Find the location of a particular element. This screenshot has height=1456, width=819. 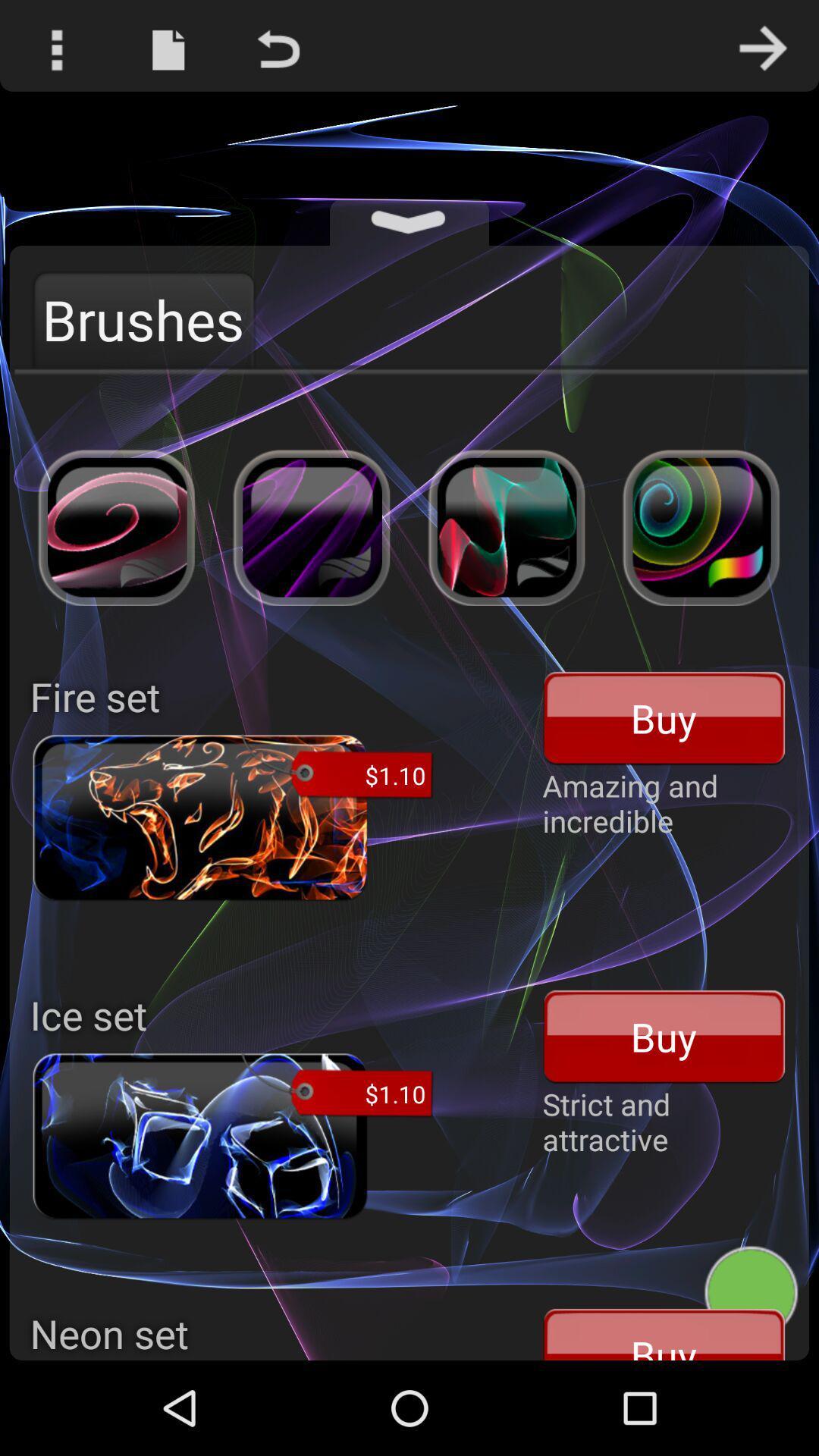

the expand_more icon is located at coordinates (409, 237).